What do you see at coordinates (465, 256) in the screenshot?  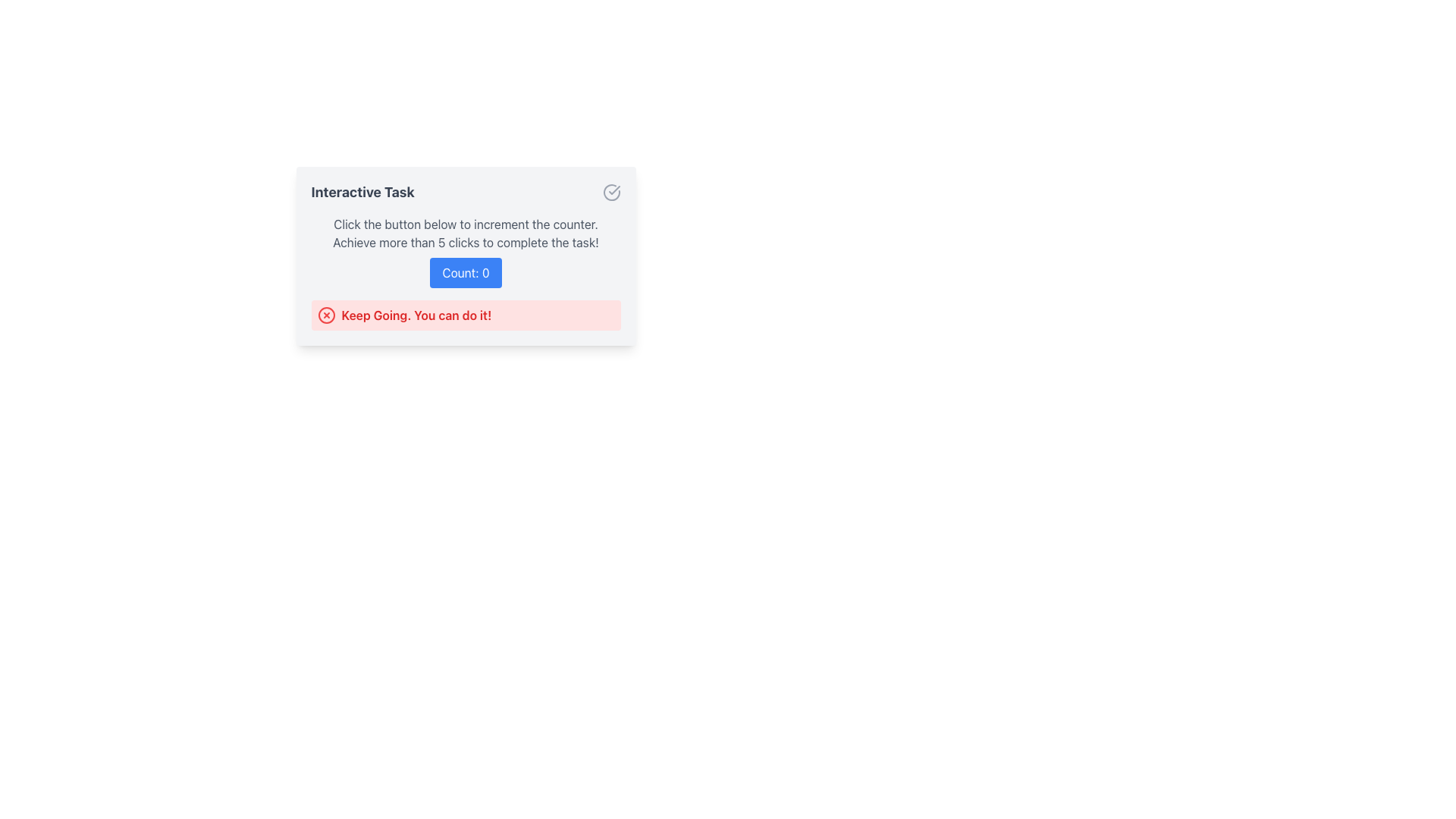 I see `the interactive button within the gray rounded corner panel to increment the counter` at bounding box center [465, 256].